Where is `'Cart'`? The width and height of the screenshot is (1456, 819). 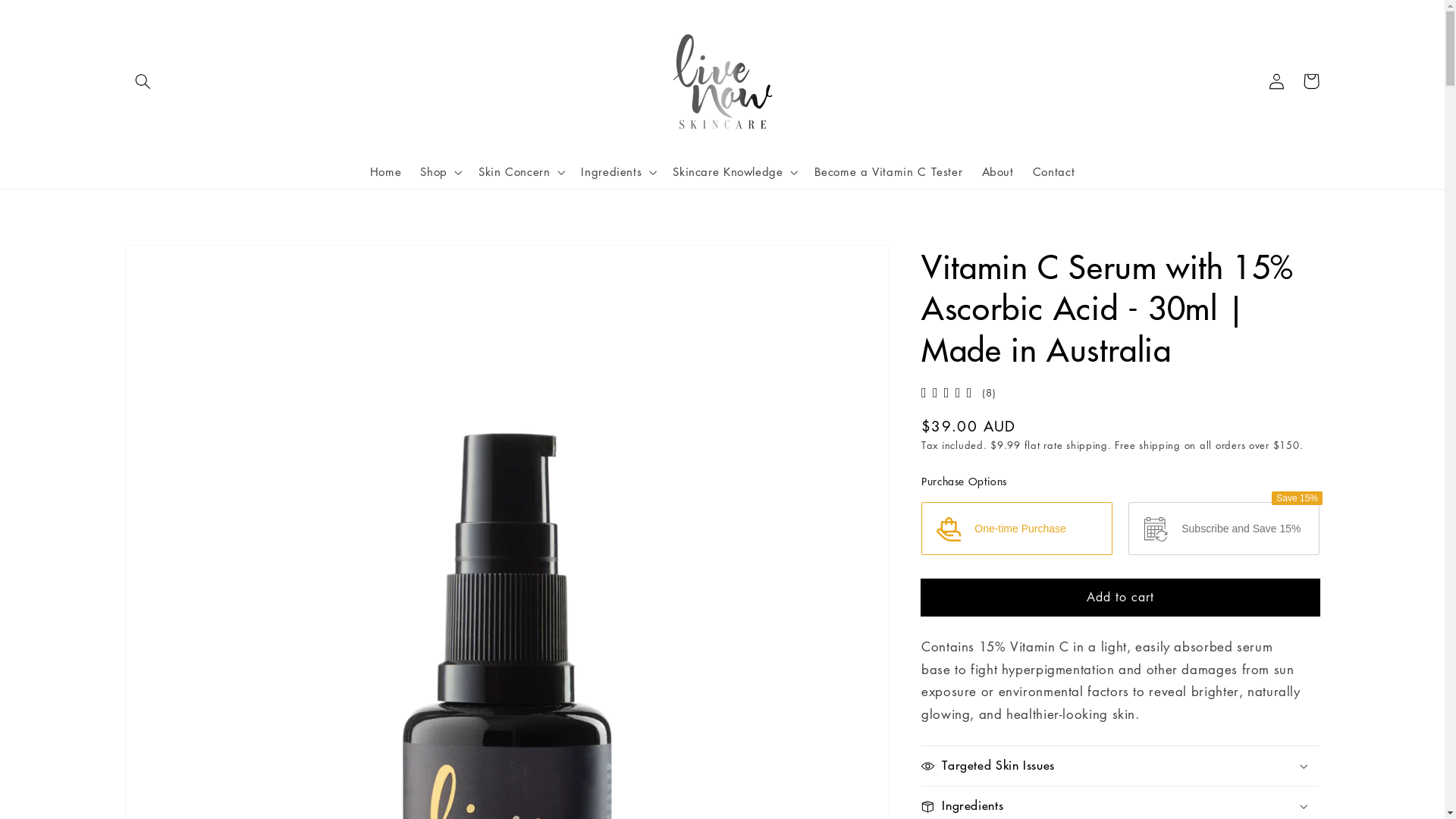 'Cart' is located at coordinates (1292, 81).